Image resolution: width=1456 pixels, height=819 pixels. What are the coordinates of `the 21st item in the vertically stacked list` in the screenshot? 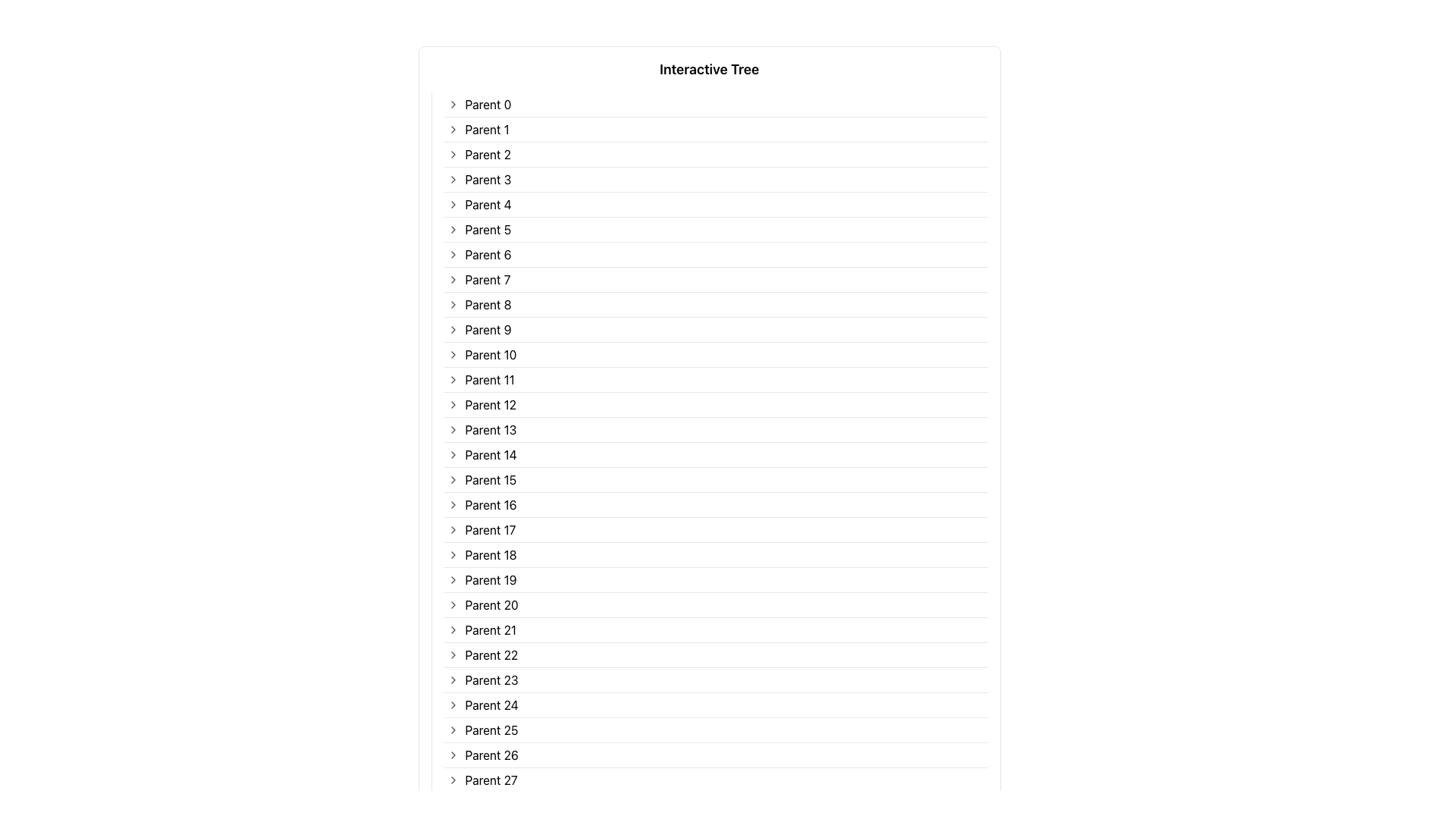 It's located at (715, 630).